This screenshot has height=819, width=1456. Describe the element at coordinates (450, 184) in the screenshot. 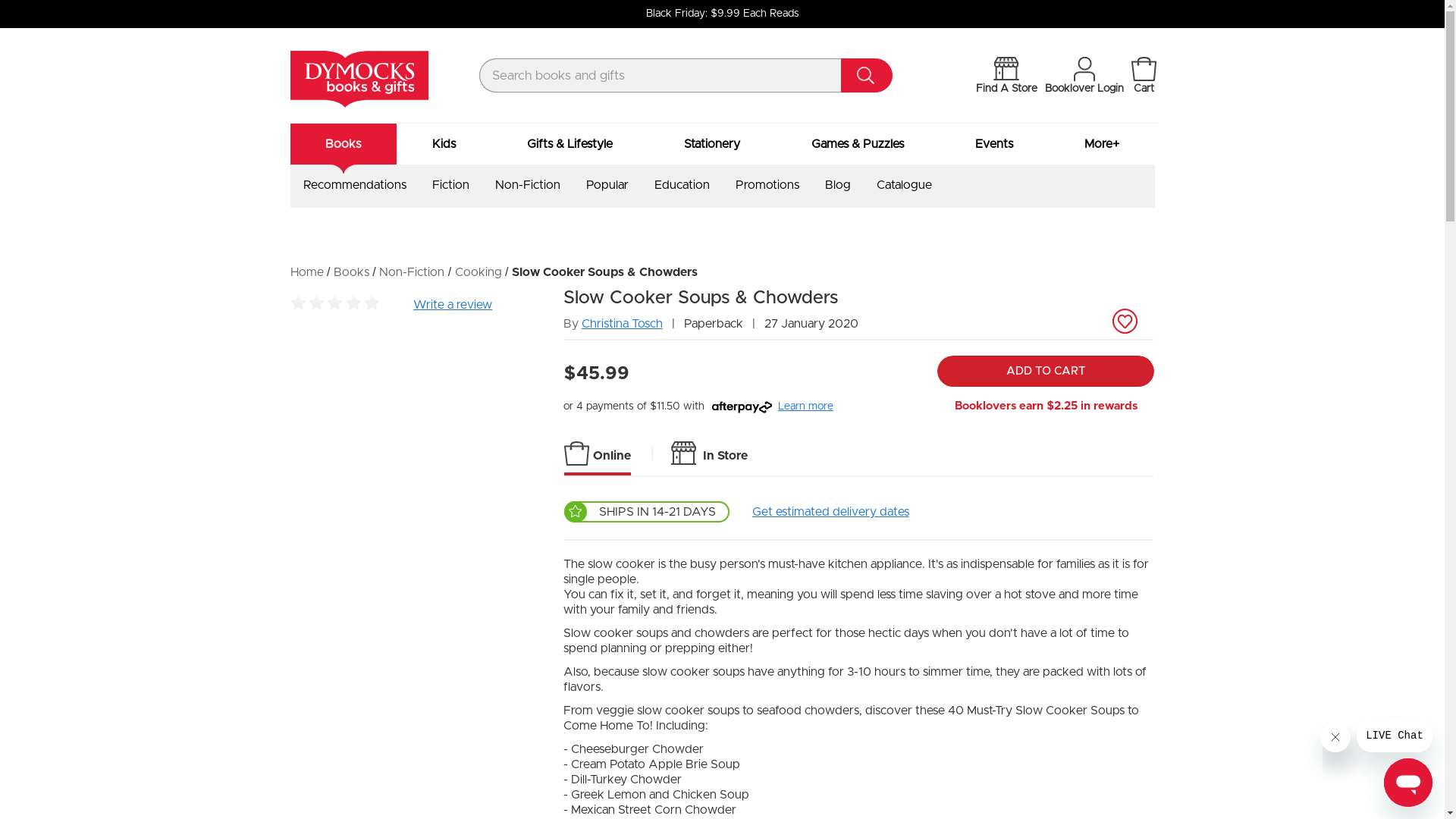

I see `'Fiction'` at that location.